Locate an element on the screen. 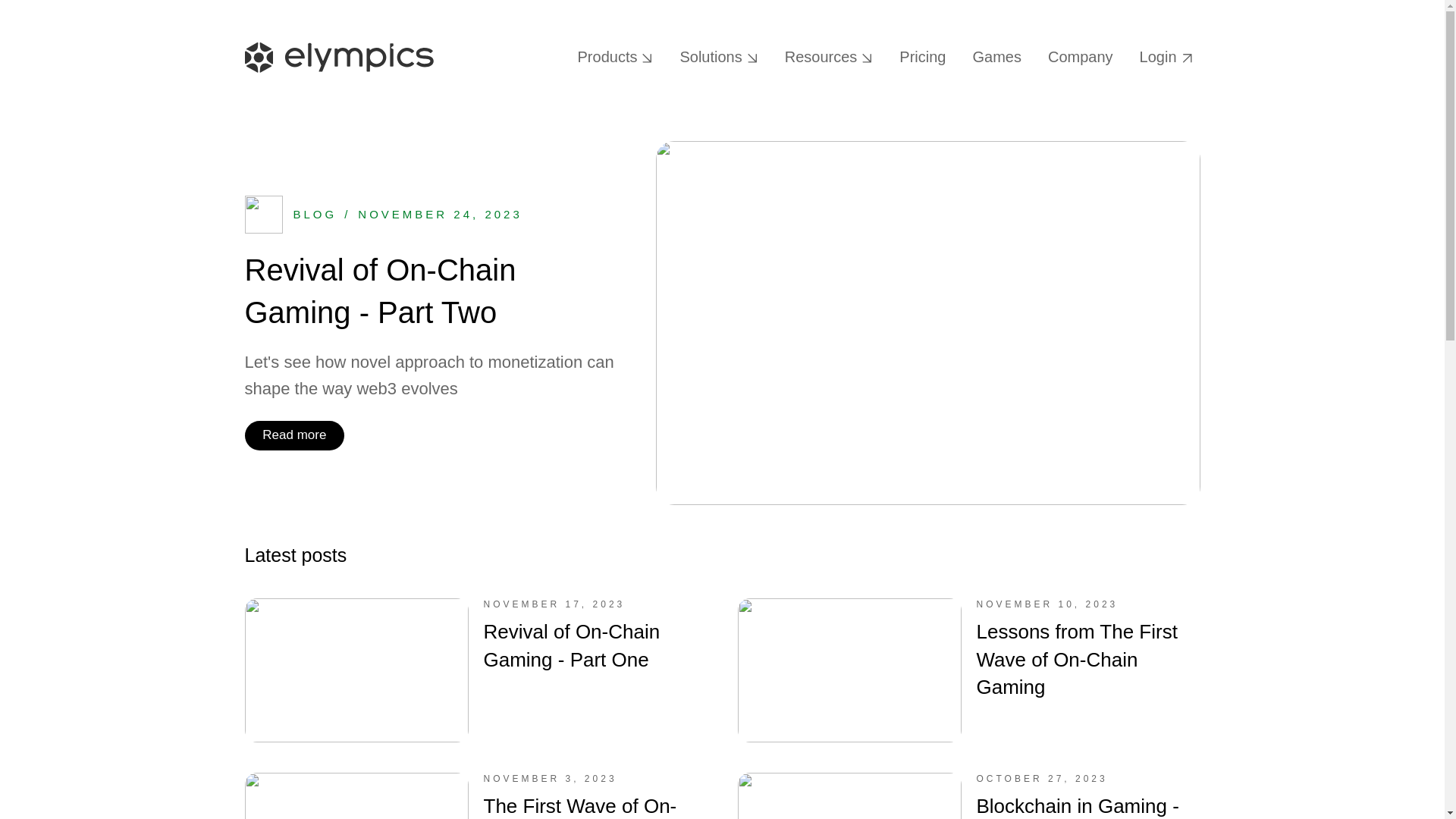  'Solutions' is located at coordinates (671, 56).